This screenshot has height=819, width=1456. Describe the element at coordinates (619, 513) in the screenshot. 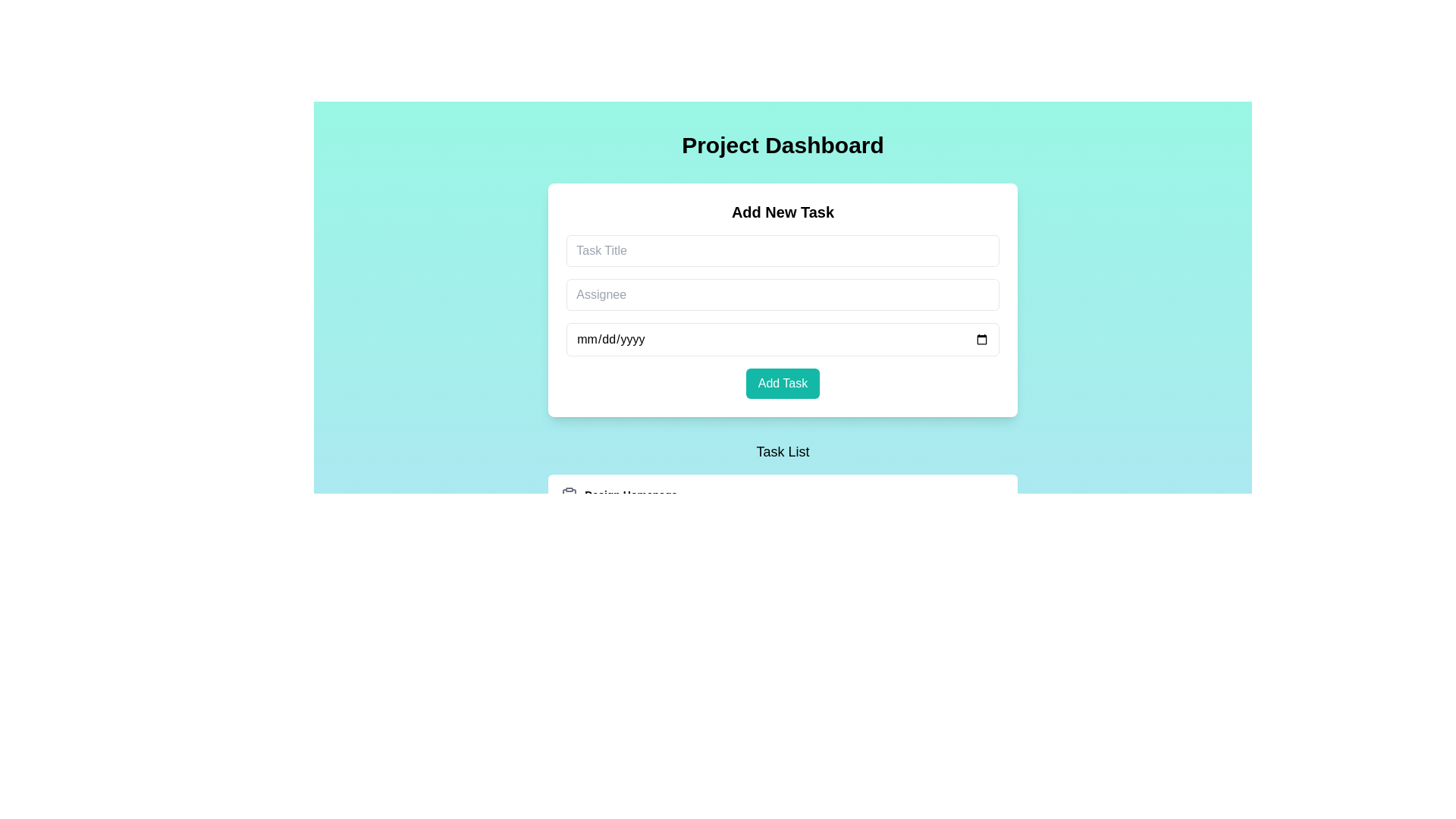

I see `the task information for the task item located in the top left corner of the task item block below 'Add New Task'` at that location.